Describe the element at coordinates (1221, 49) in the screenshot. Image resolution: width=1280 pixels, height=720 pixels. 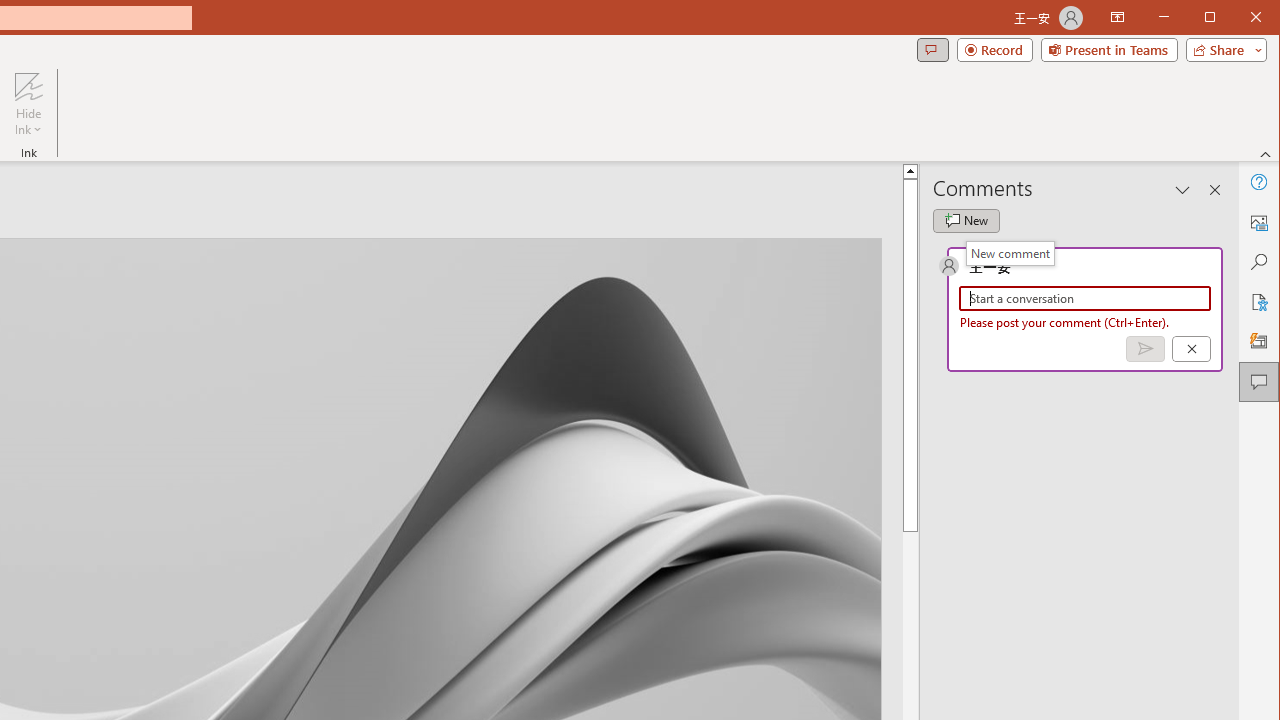
I see `'Share'` at that location.